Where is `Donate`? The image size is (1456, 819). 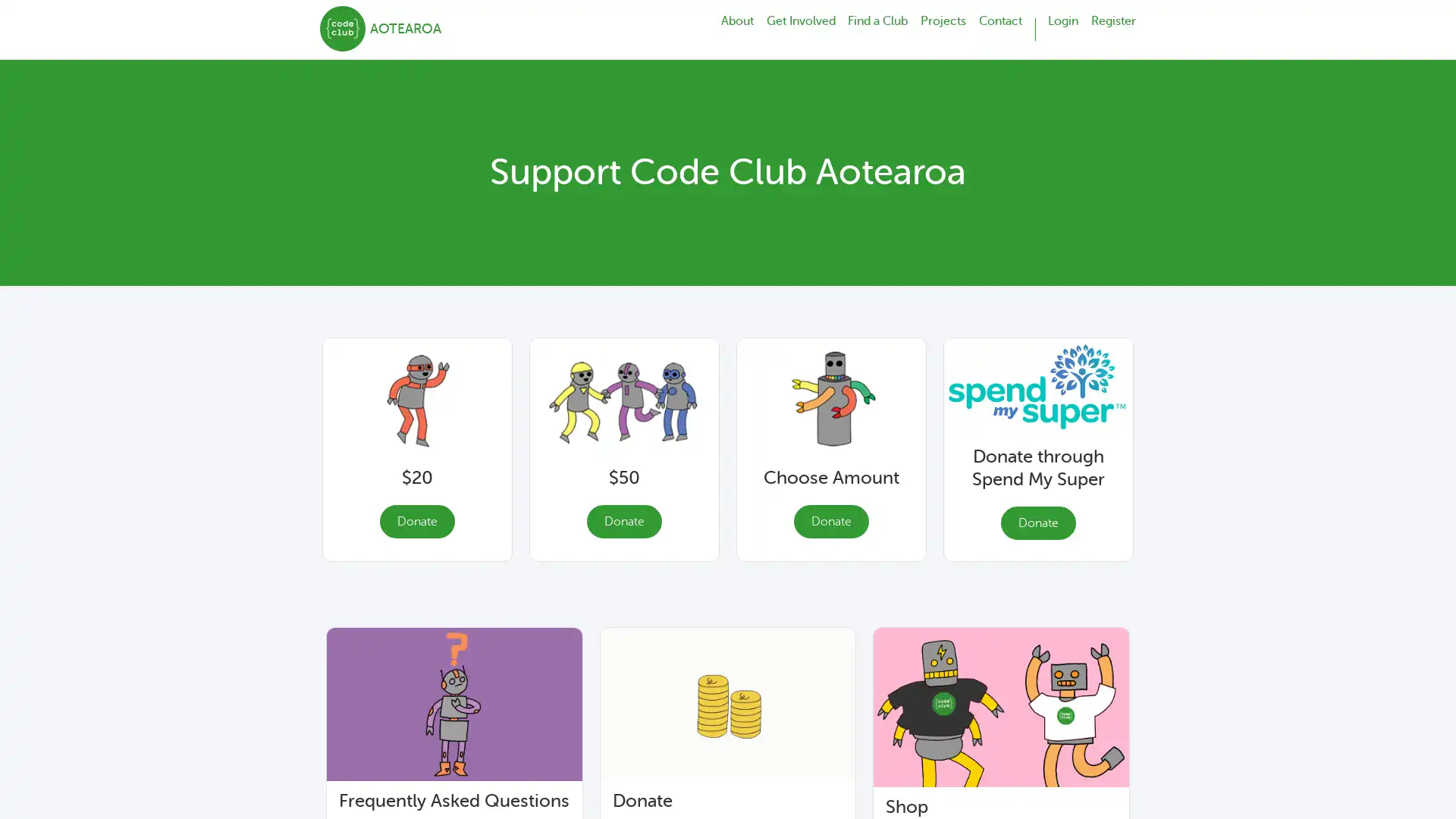
Donate is located at coordinates (1037, 522).